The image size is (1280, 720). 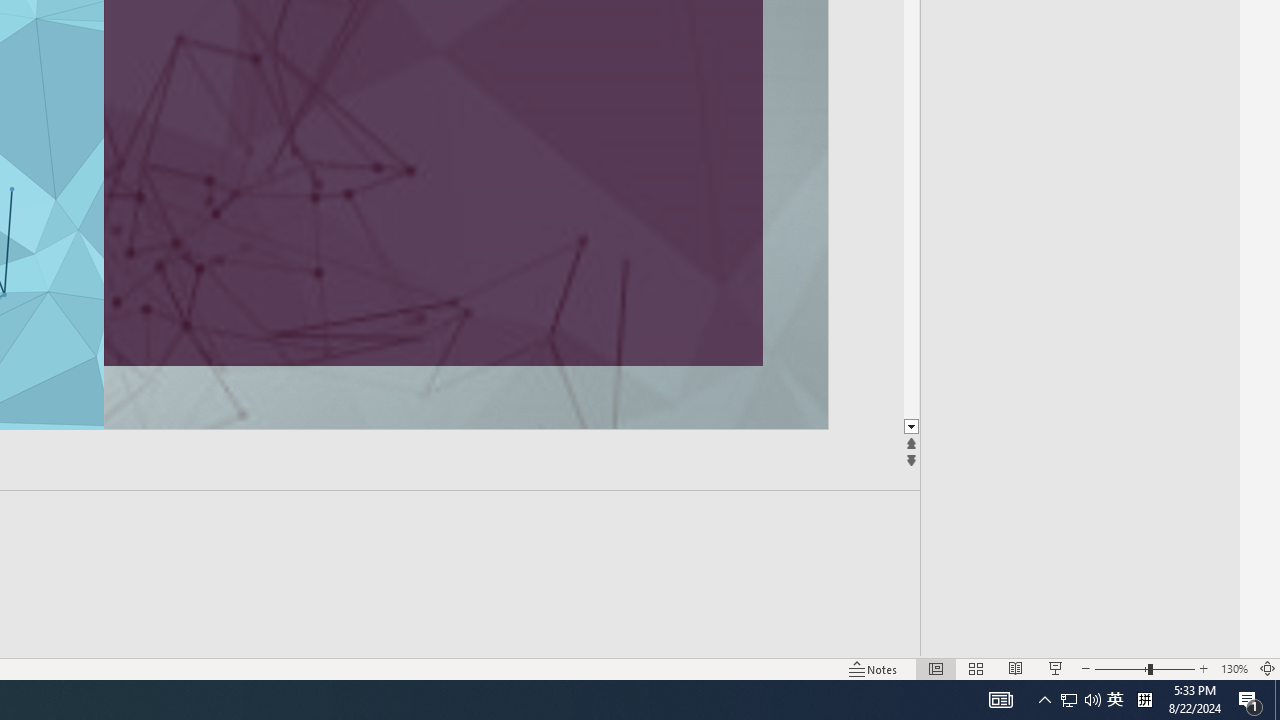 What do you see at coordinates (1015, 669) in the screenshot?
I see `'Reading View'` at bounding box center [1015, 669].